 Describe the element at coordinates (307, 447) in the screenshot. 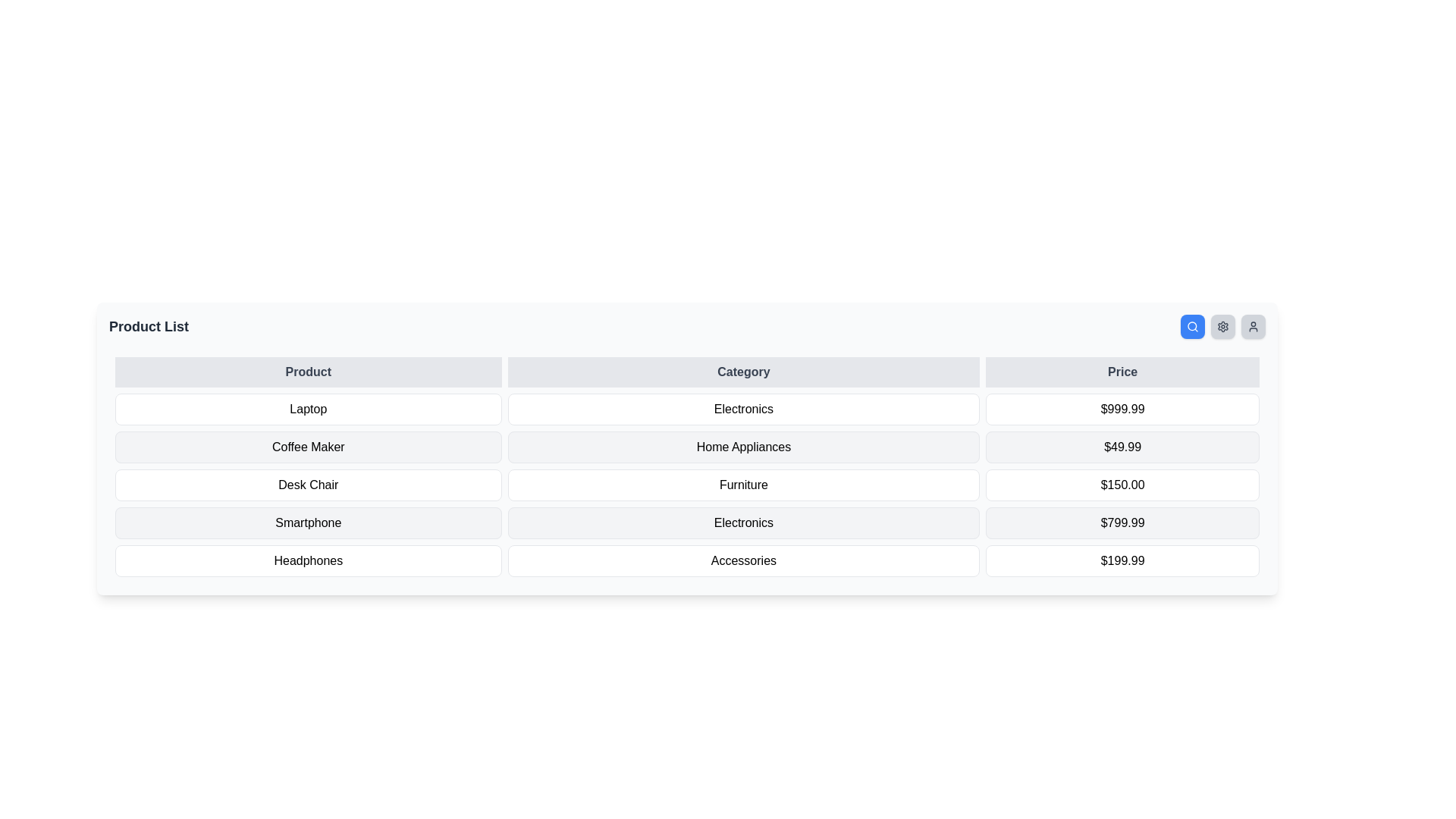

I see `the label for the product 'Coffee Maker', which is the second entry in the 'Product' column of the table` at that location.